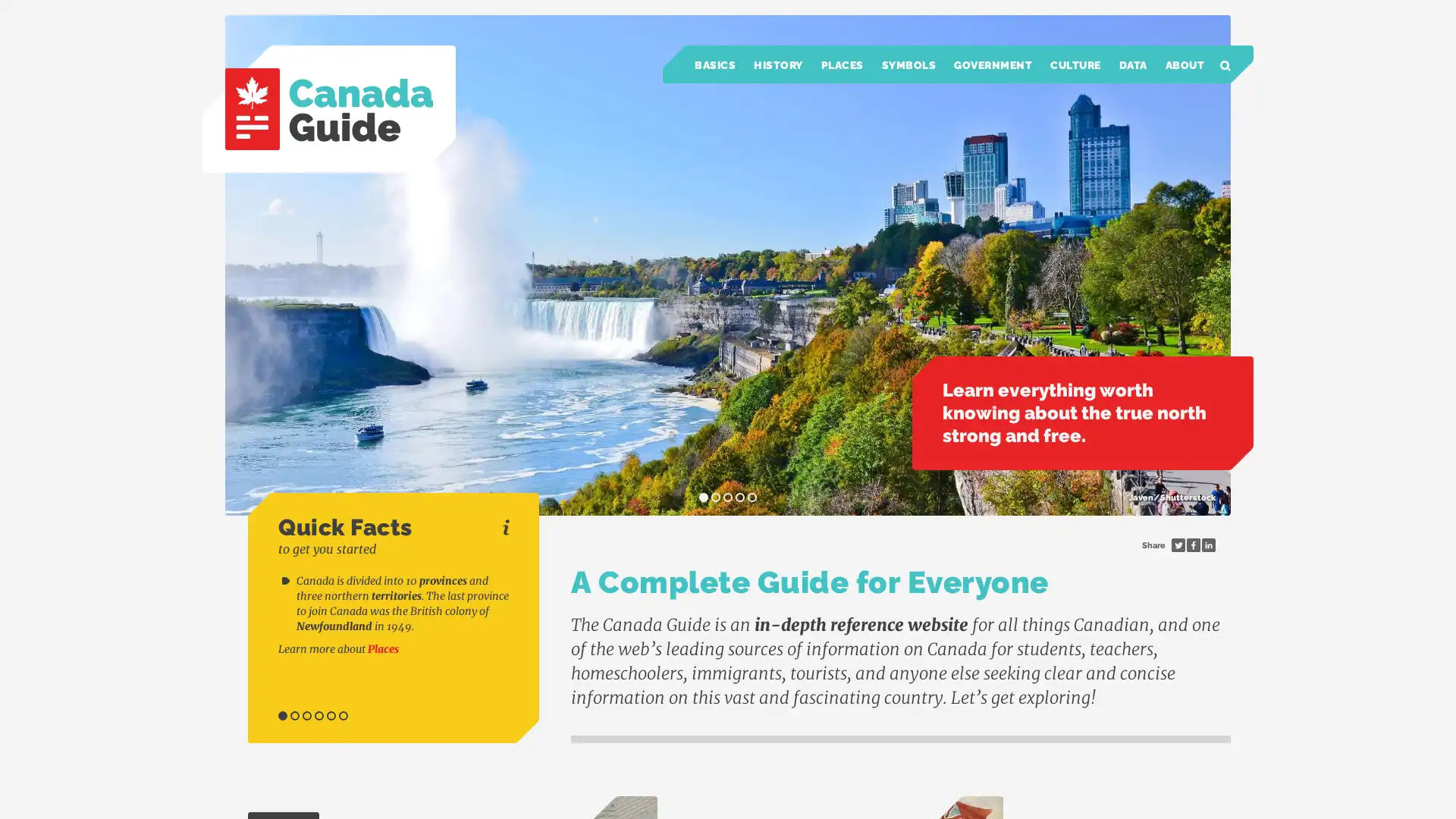 The image size is (1456, 819). I want to click on Go to slide 5, so click(752, 497).